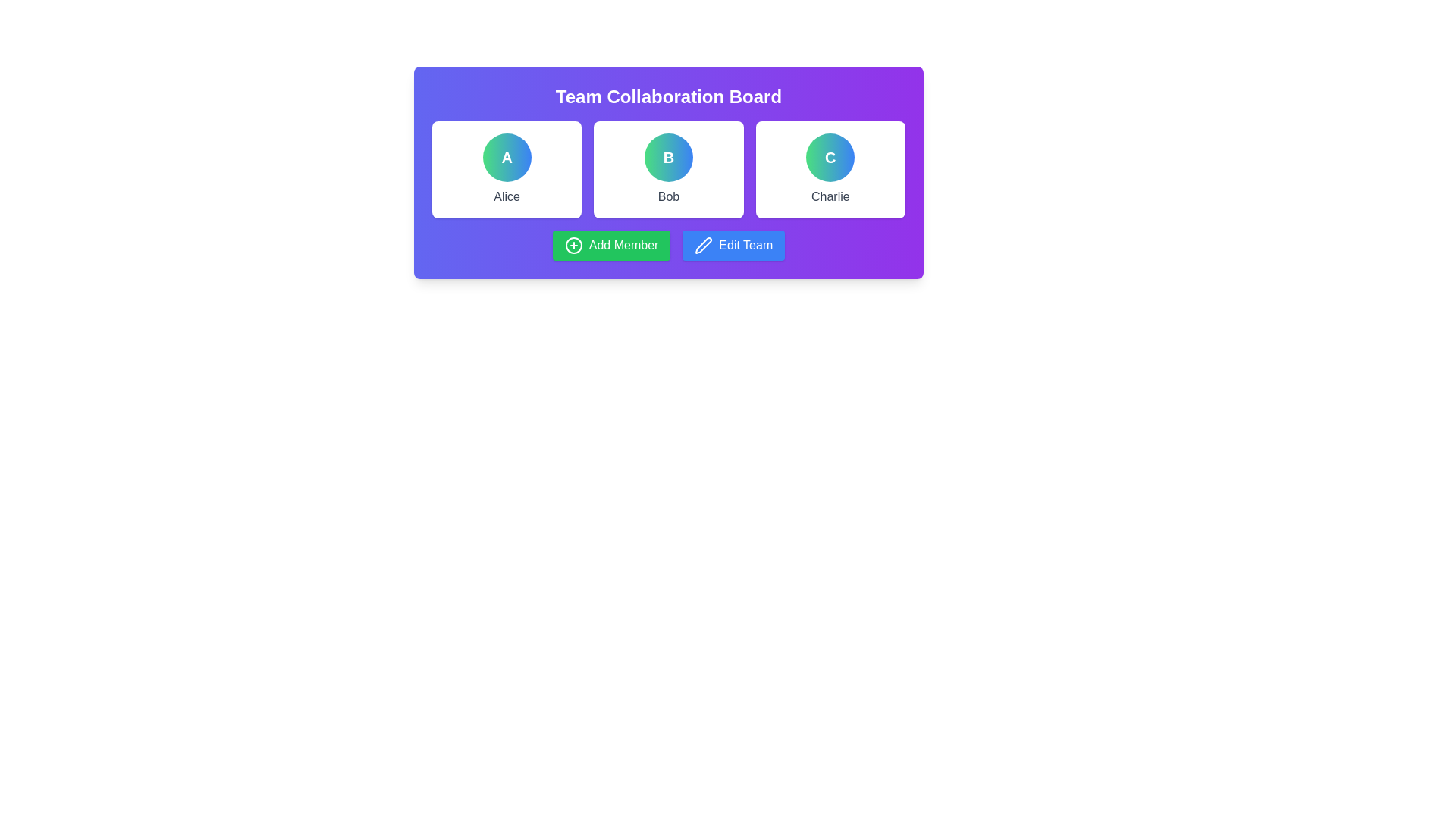  What do you see at coordinates (829, 169) in the screenshot?
I see `the static informational card displaying a team member's summary, located at the rightmost side of the grid in the 'Team Collaboration Board'` at bounding box center [829, 169].